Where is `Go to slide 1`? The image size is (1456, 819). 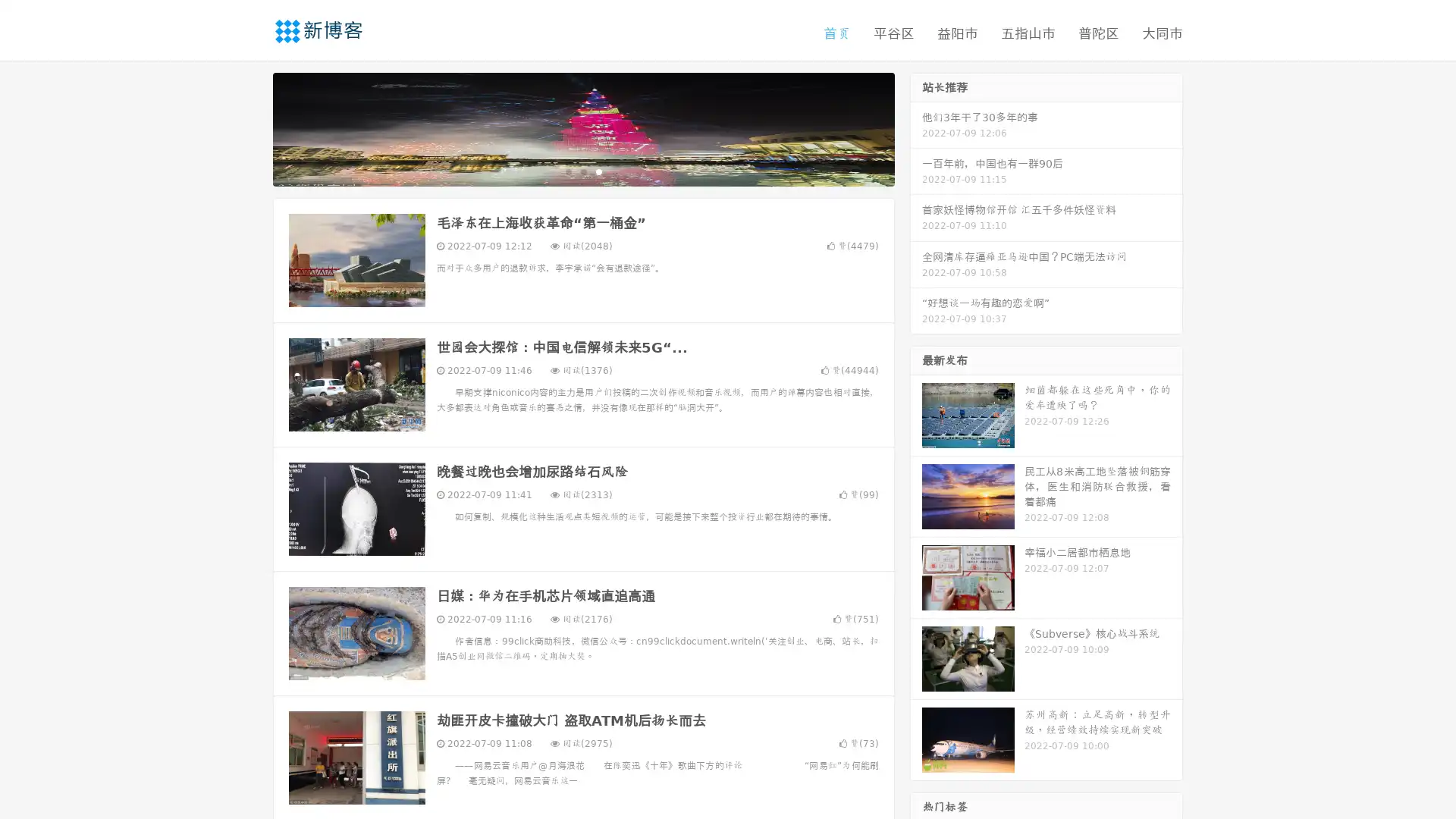
Go to slide 1 is located at coordinates (567, 171).